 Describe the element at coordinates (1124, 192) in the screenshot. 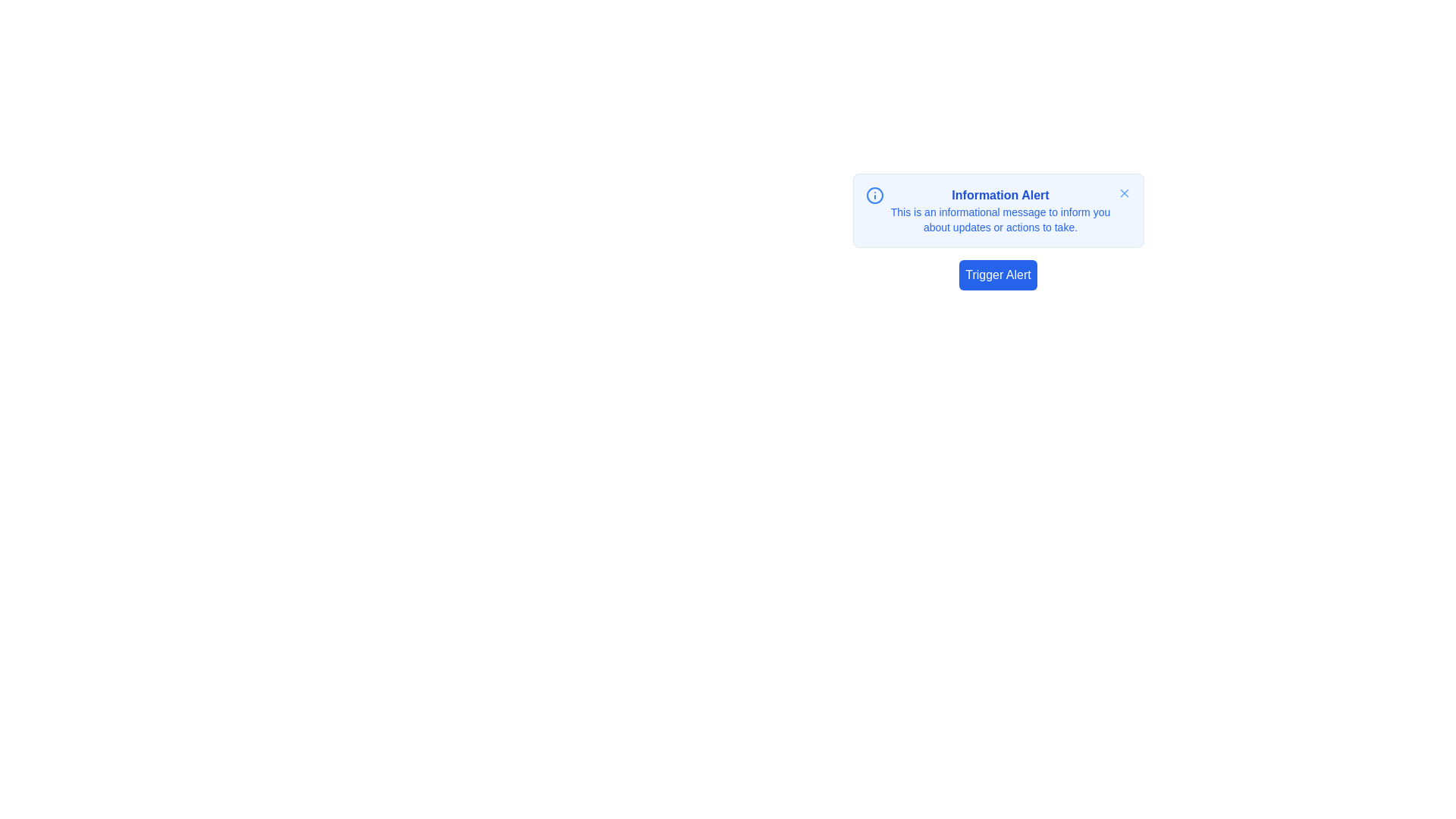

I see `the close icon located in the top-right corner of the 'Information Alert' alert box to initiate the close action` at that location.